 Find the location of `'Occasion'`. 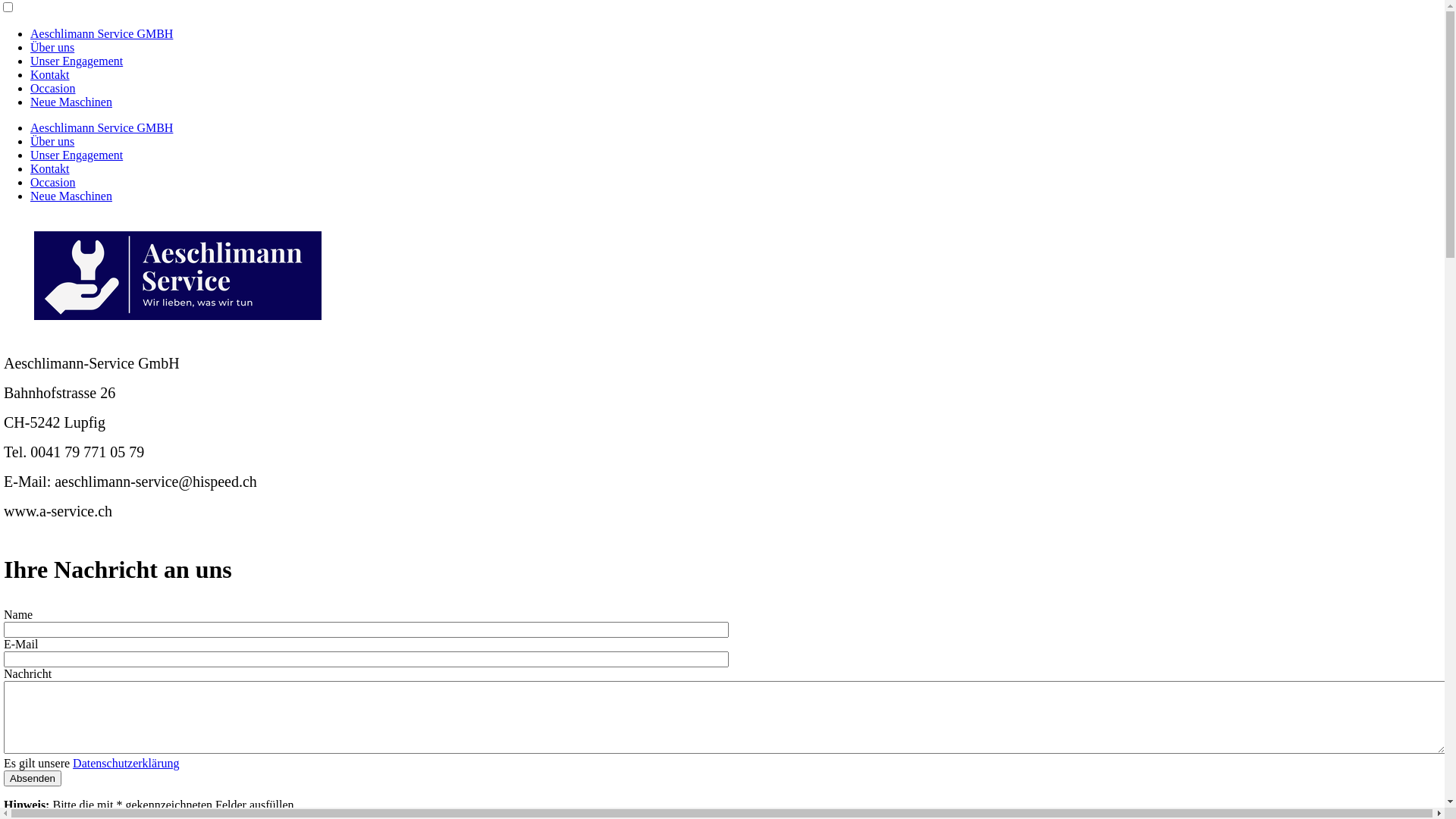

'Occasion' is located at coordinates (53, 181).